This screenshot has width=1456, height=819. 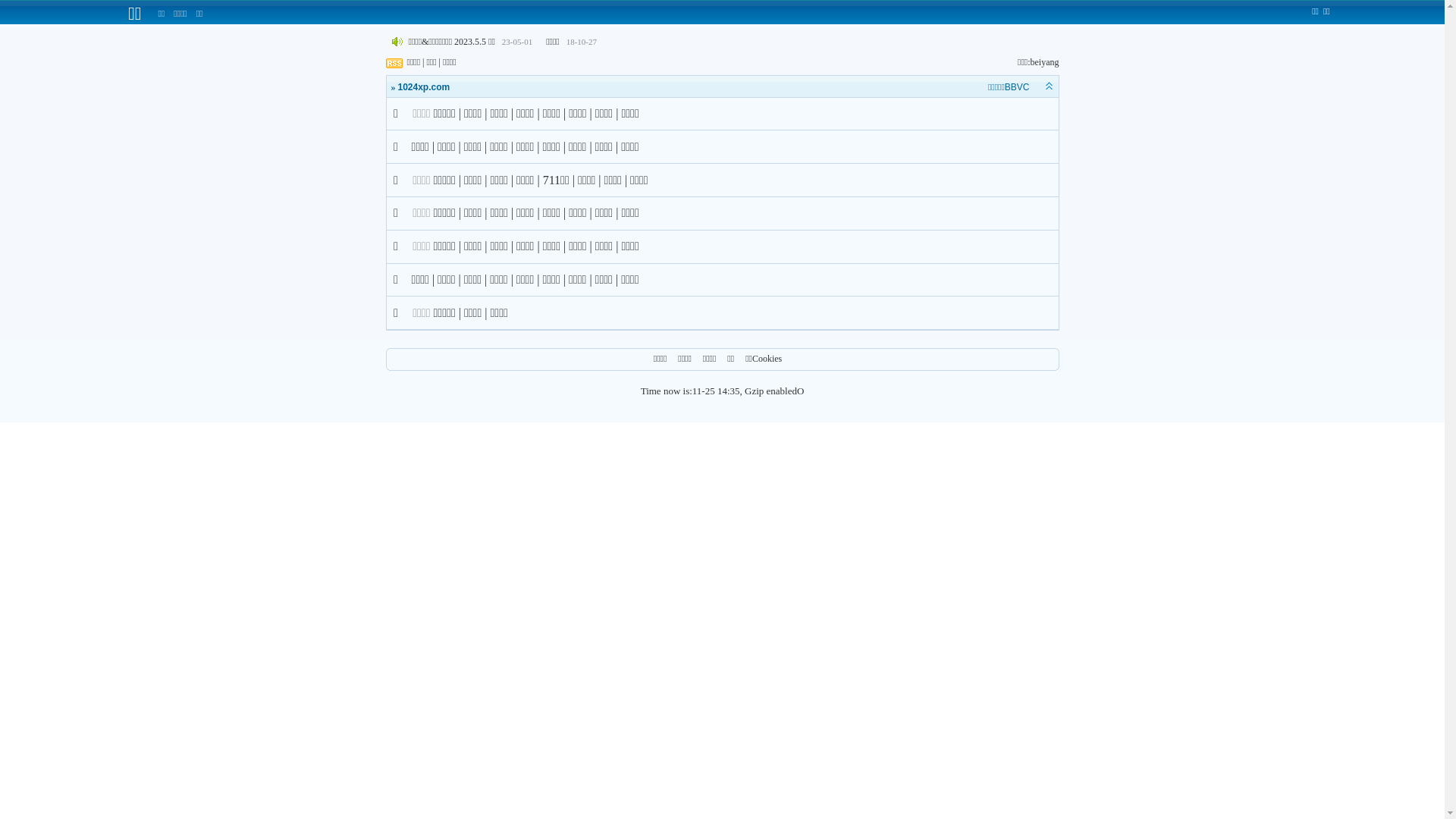 I want to click on '1024xp.com', so click(x=423, y=87).